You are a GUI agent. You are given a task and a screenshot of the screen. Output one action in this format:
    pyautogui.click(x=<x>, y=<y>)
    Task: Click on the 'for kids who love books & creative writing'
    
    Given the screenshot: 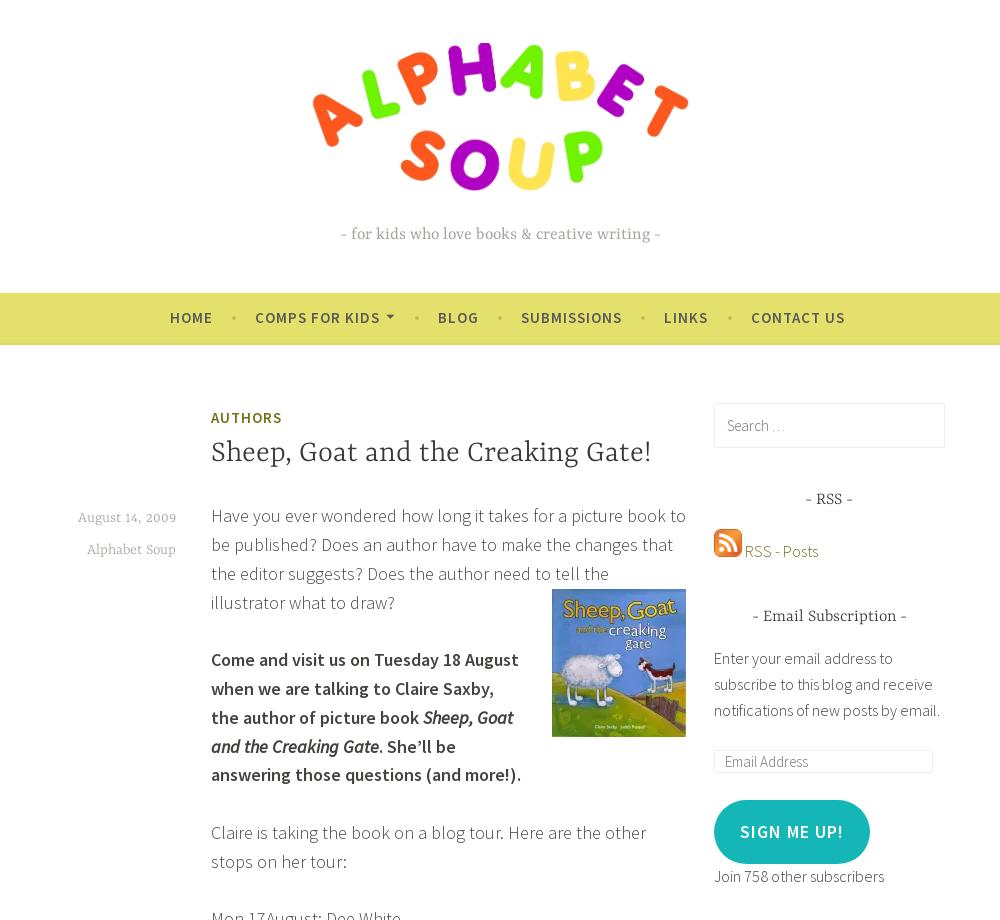 What is the action you would take?
    pyautogui.click(x=498, y=233)
    